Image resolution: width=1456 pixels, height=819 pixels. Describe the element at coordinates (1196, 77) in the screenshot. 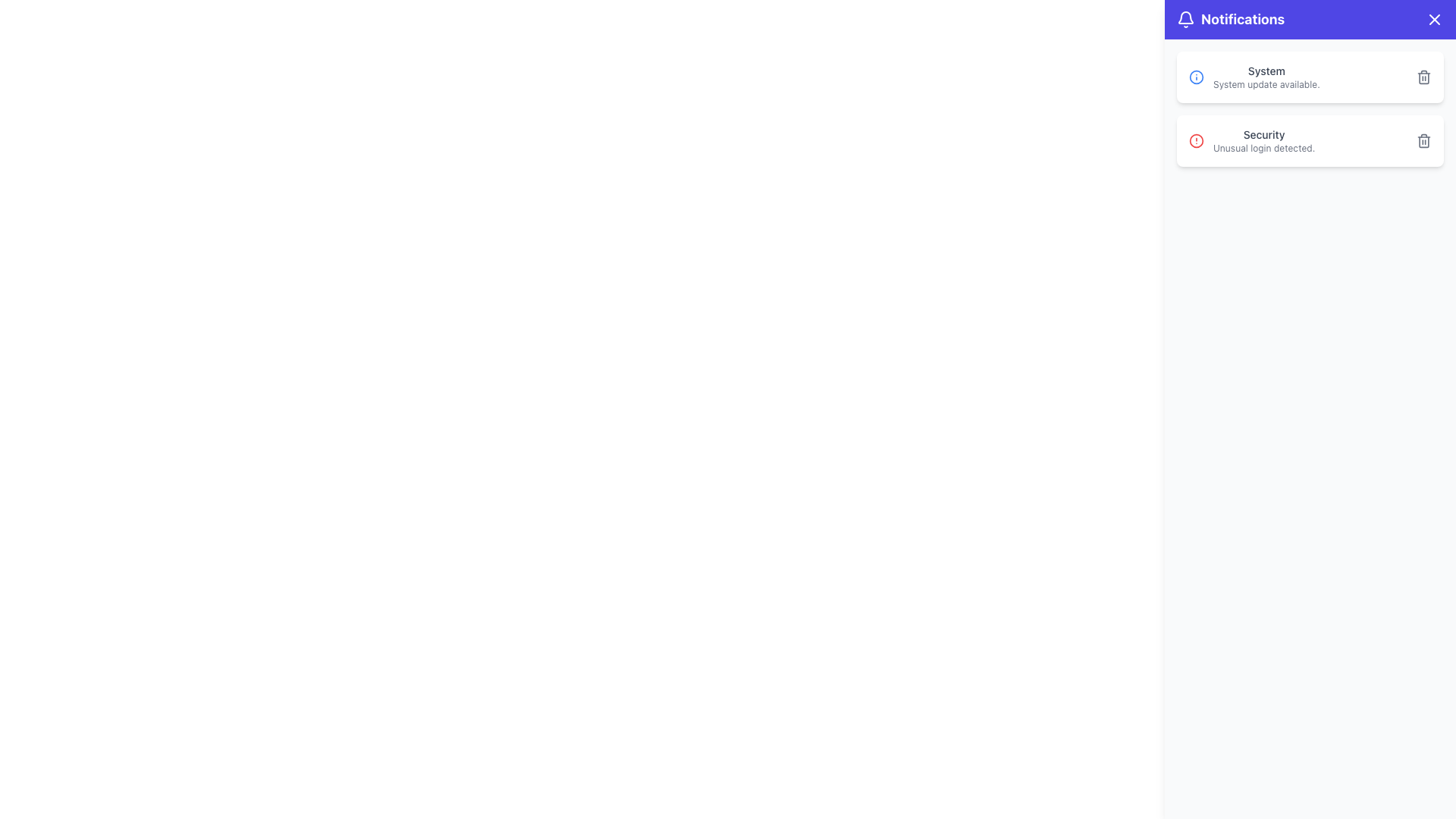

I see `the circular part of the notification icon in the top-right section of the notifications interface` at that location.